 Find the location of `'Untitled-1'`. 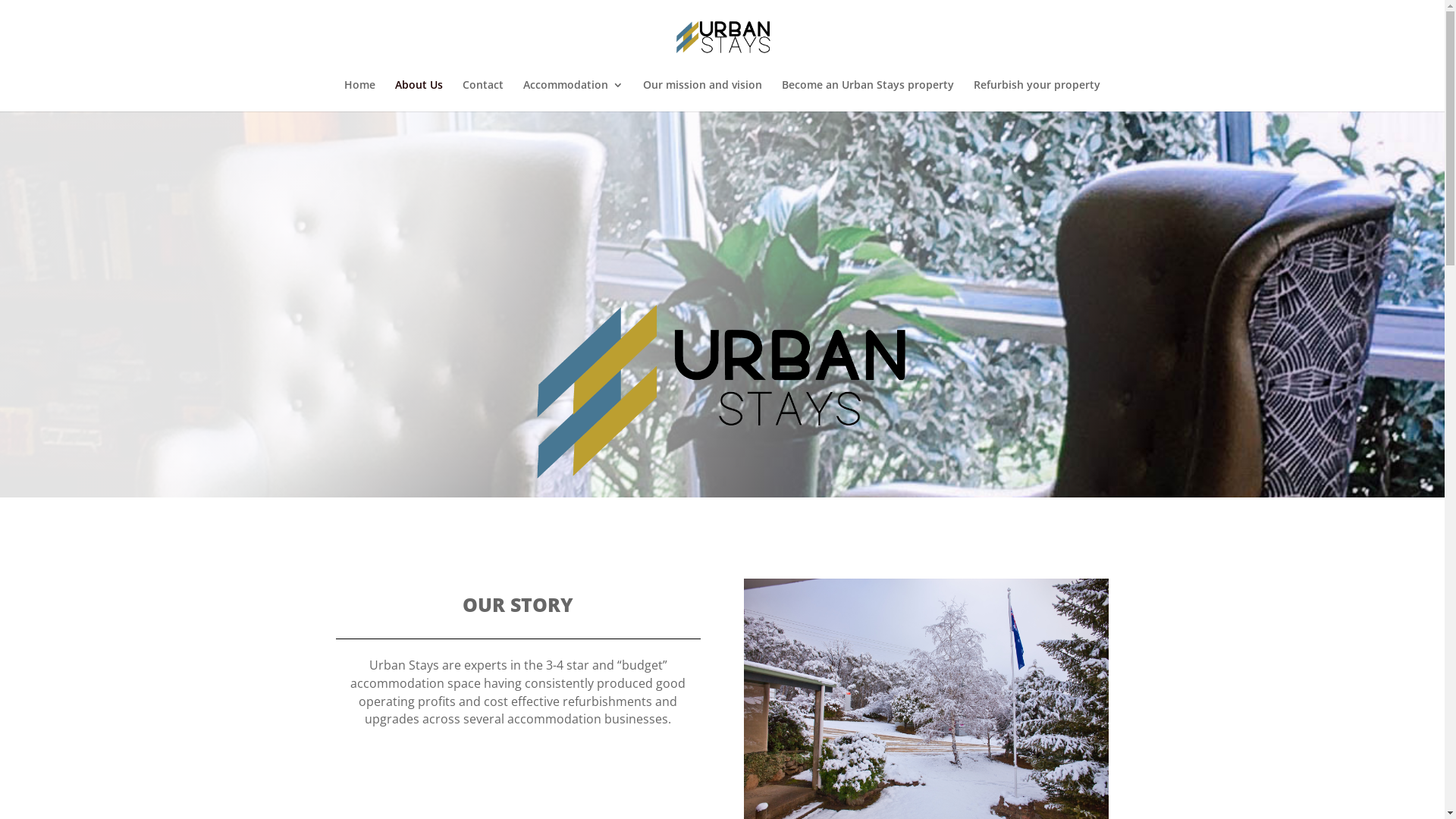

'Untitled-1' is located at coordinates (722, 391).